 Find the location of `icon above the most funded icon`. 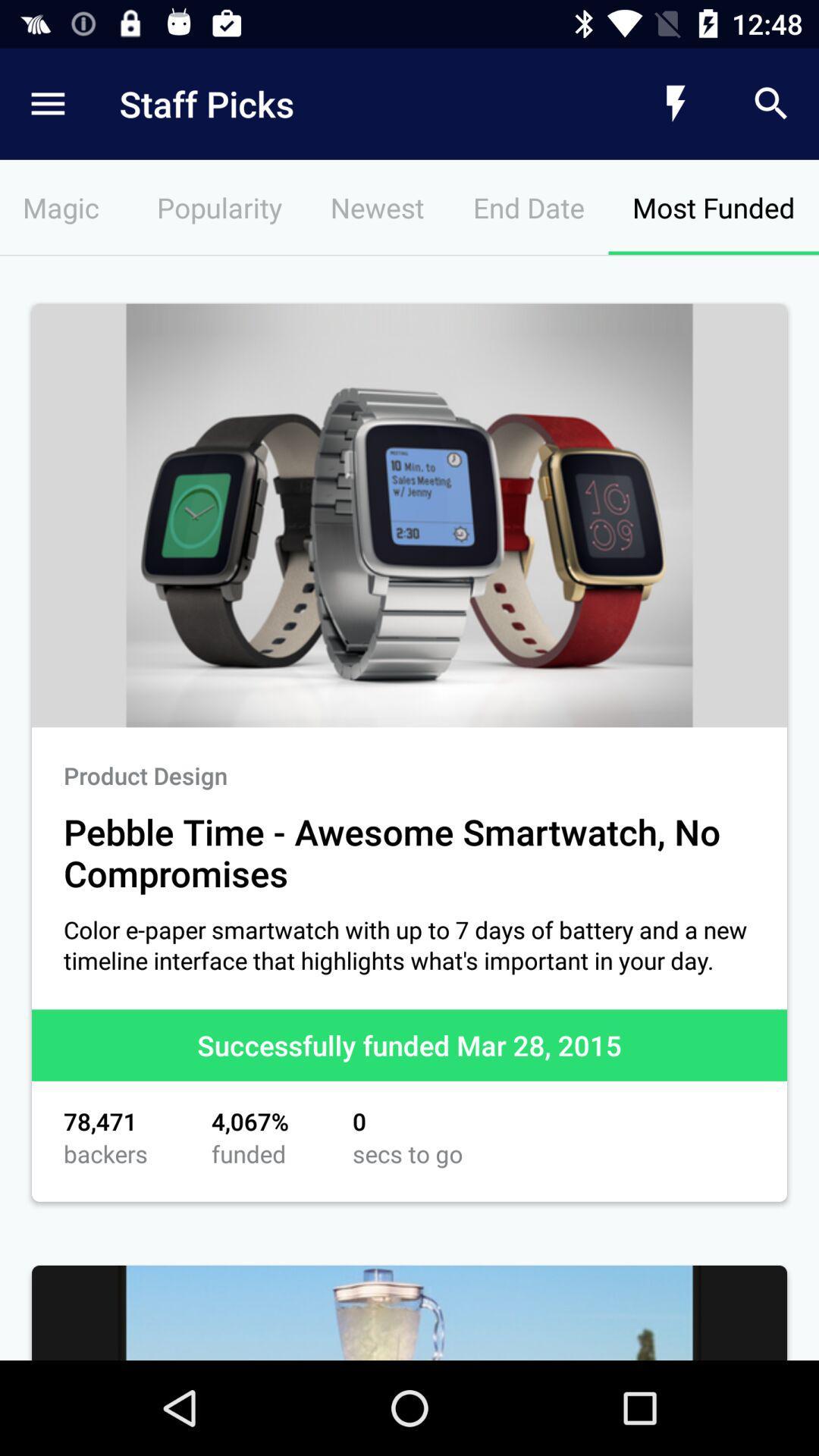

icon above the most funded icon is located at coordinates (675, 103).